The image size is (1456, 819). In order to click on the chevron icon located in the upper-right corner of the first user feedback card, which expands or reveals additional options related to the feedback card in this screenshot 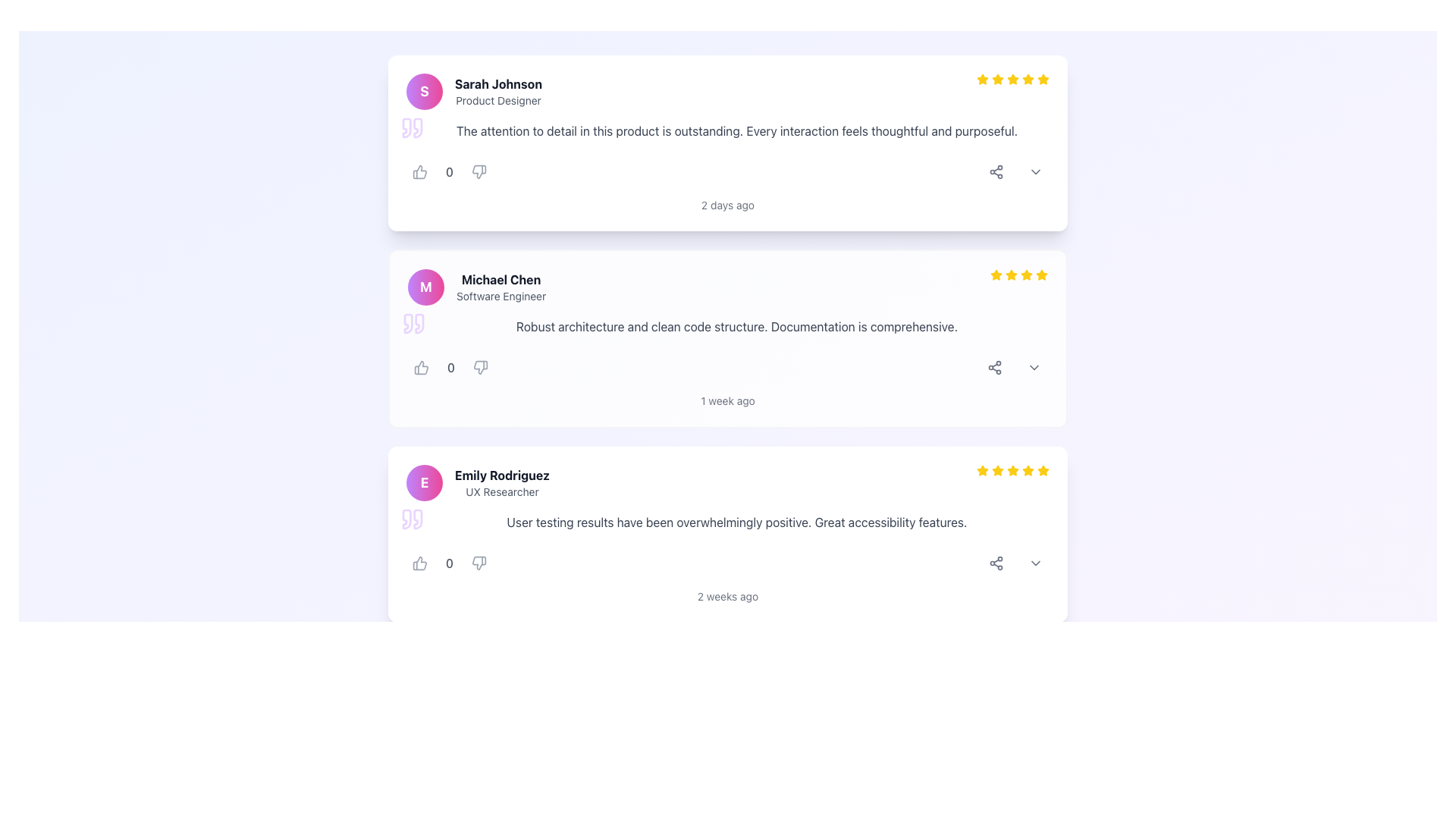, I will do `click(1035, 171)`.